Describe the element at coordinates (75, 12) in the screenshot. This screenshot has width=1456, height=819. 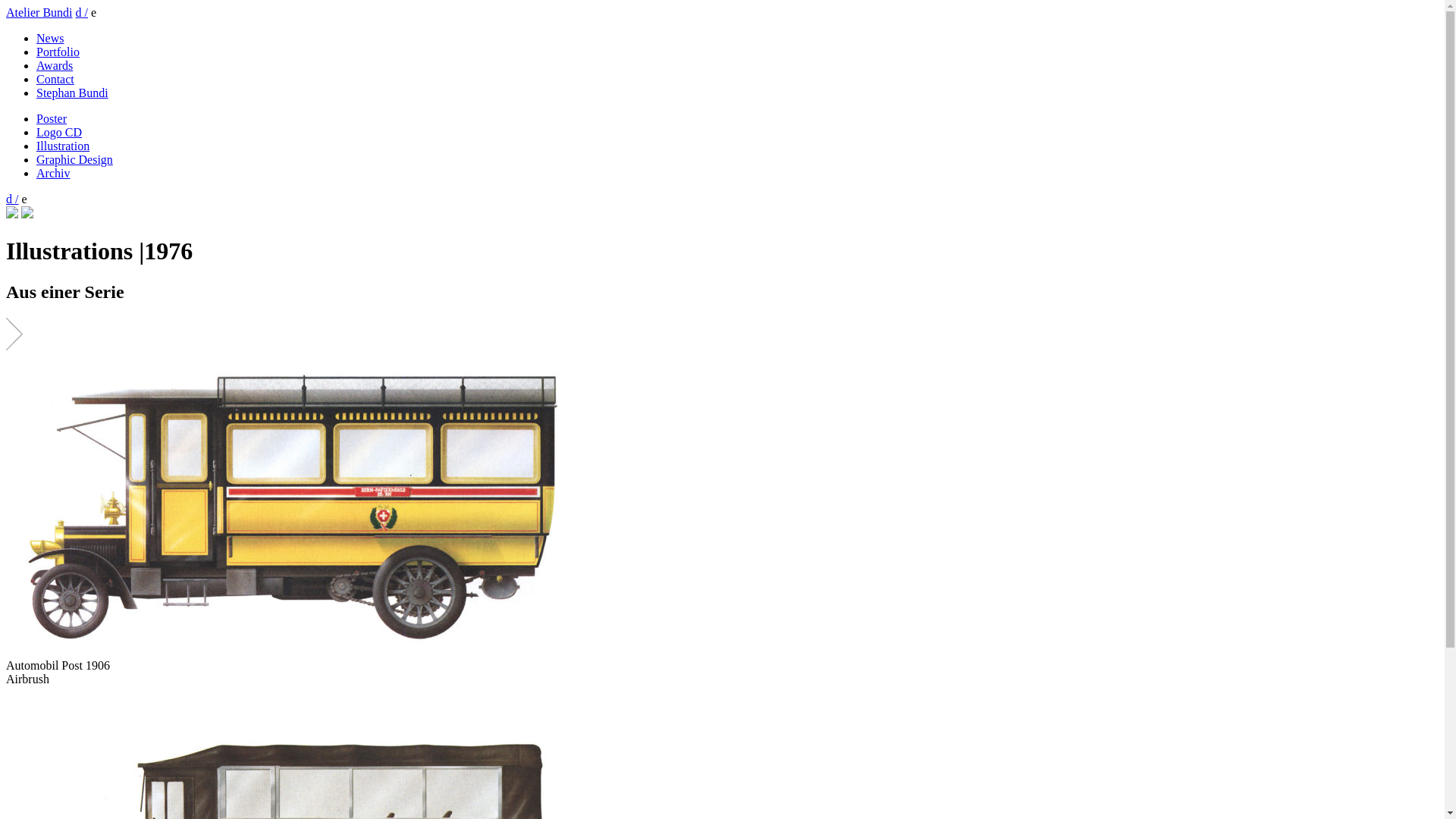
I see `'d /'` at that location.